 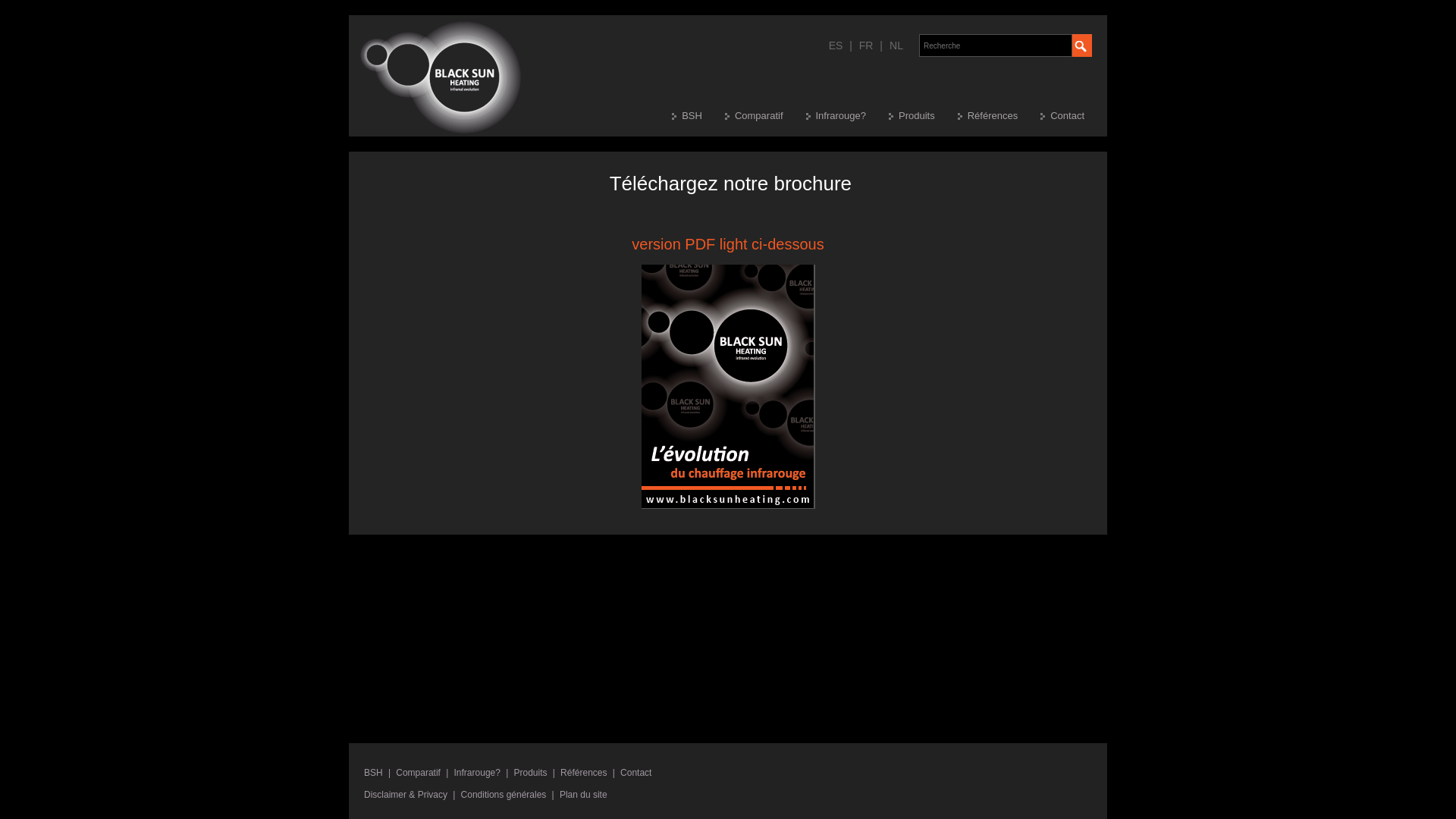 I want to click on 'FR', so click(x=866, y=45).